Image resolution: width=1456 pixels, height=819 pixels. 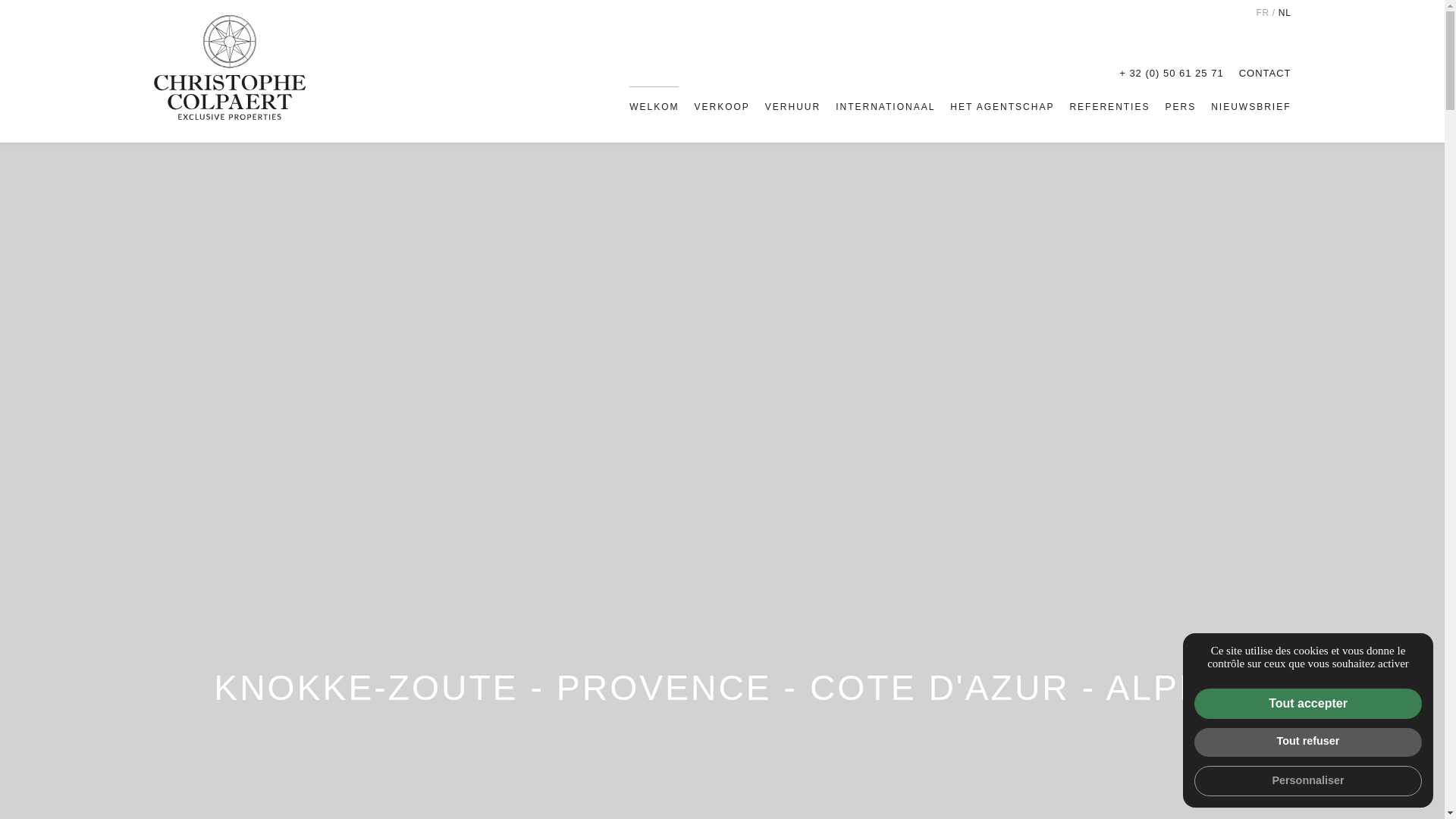 What do you see at coordinates (654, 106) in the screenshot?
I see `'WELKOM'` at bounding box center [654, 106].